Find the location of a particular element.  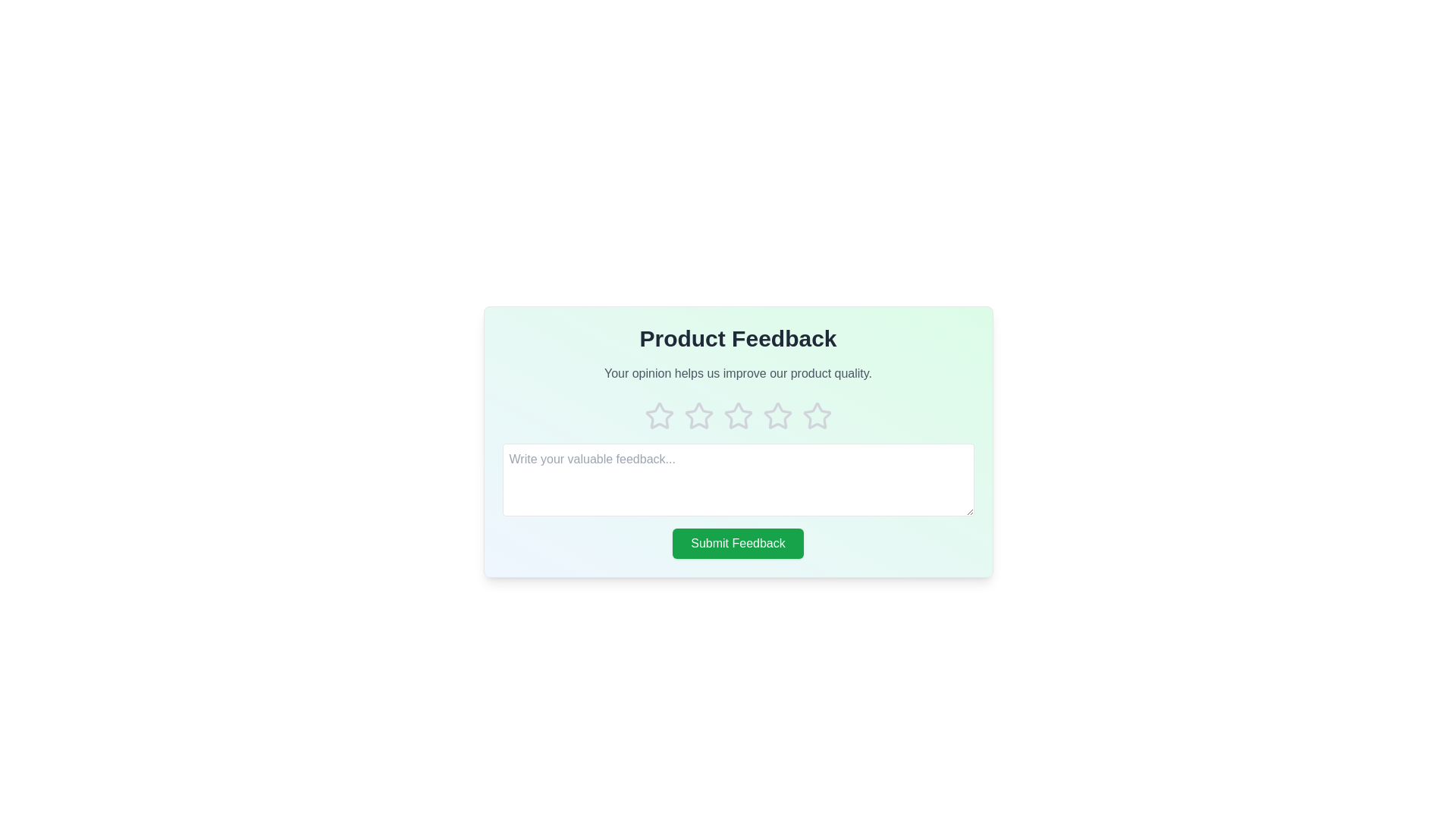

the third star in the row of five rating stars is located at coordinates (698, 416).